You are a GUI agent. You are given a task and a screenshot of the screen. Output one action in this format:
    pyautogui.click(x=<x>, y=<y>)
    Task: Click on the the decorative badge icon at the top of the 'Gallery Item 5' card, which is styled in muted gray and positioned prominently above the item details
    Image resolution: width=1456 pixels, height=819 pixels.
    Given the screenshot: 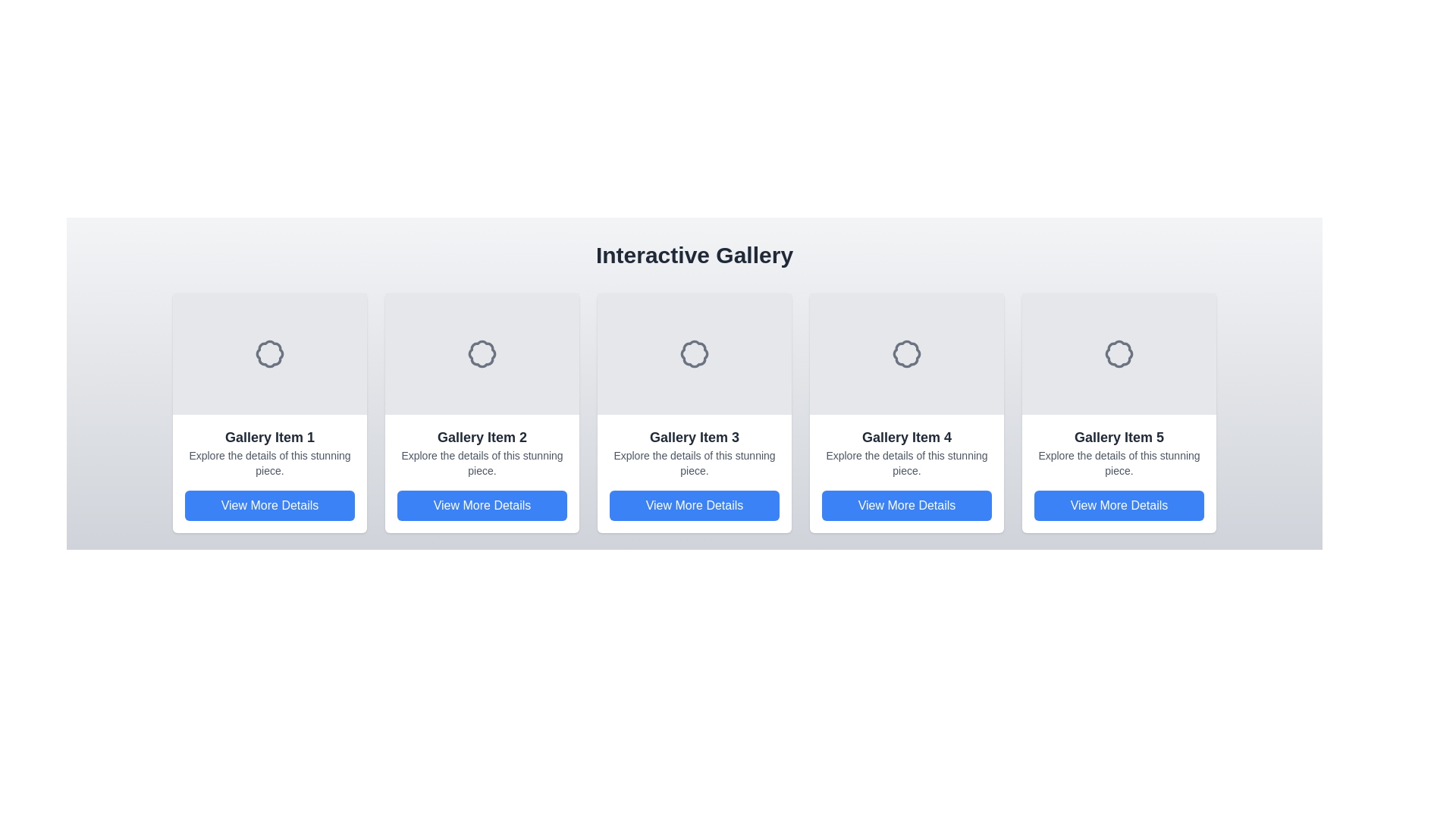 What is the action you would take?
    pyautogui.click(x=1119, y=353)
    